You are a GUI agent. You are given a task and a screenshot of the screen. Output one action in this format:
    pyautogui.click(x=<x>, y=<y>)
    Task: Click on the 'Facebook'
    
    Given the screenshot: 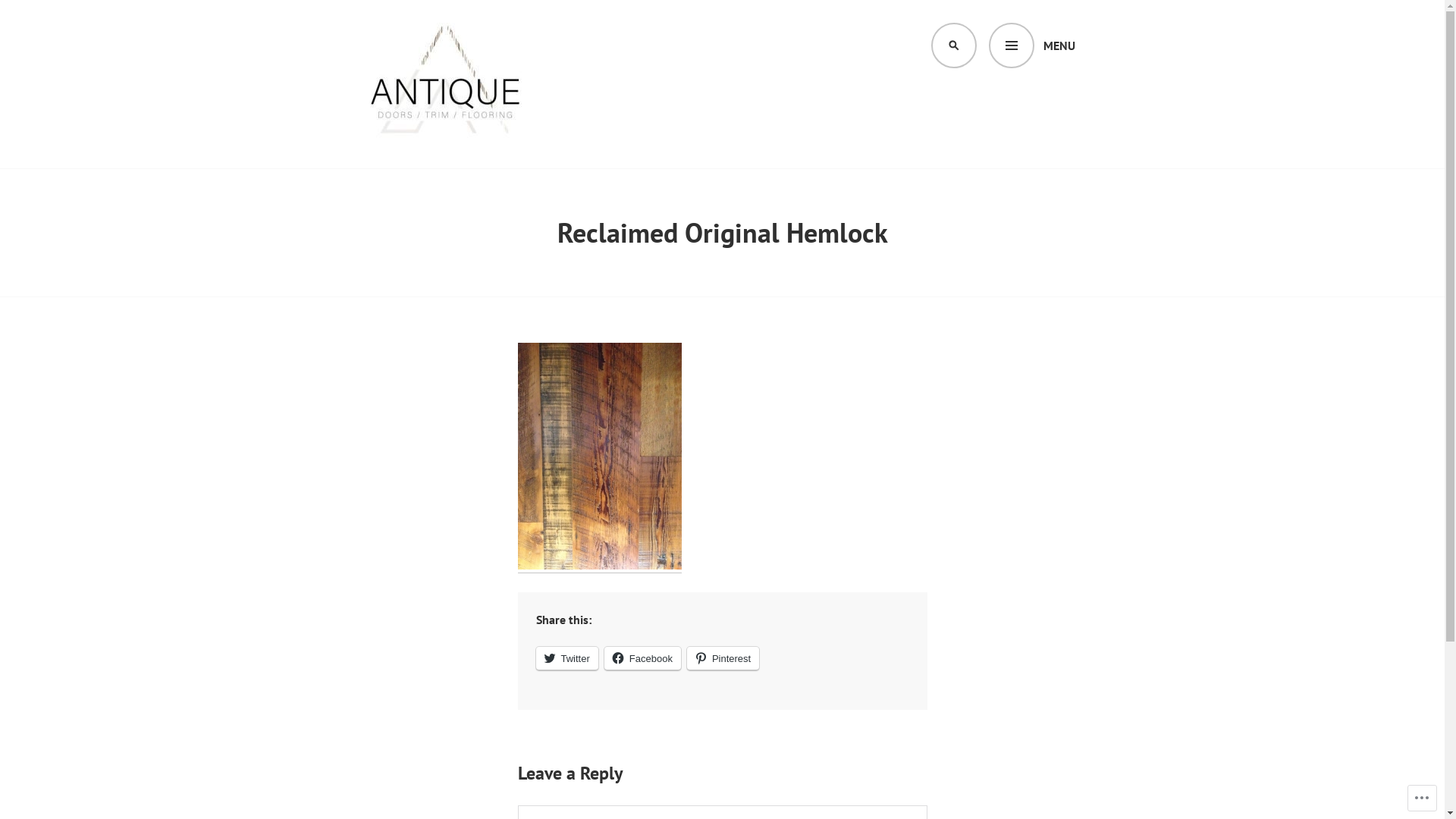 What is the action you would take?
    pyautogui.click(x=603, y=657)
    